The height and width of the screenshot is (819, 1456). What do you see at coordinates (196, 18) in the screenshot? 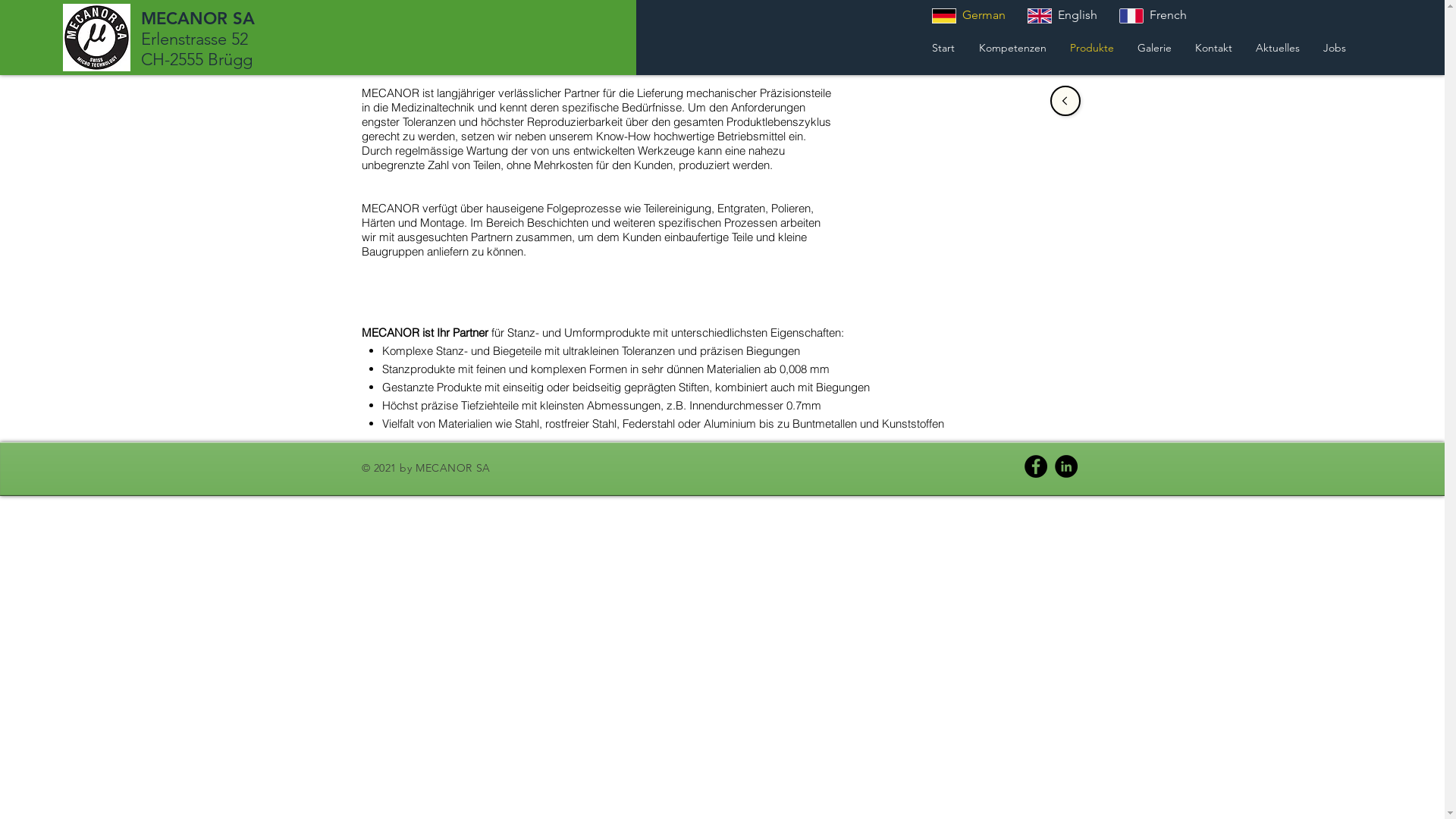
I see `'MECANOR SA'` at bounding box center [196, 18].